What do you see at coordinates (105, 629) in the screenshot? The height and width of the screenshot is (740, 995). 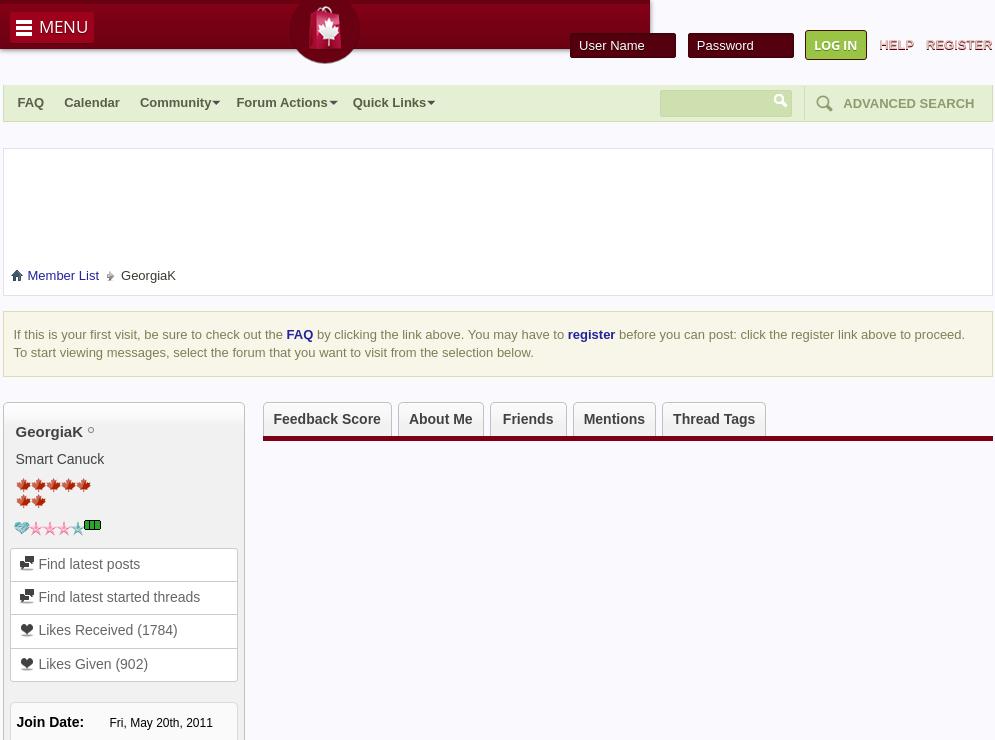 I see `'Likes Received (1784)'` at bounding box center [105, 629].